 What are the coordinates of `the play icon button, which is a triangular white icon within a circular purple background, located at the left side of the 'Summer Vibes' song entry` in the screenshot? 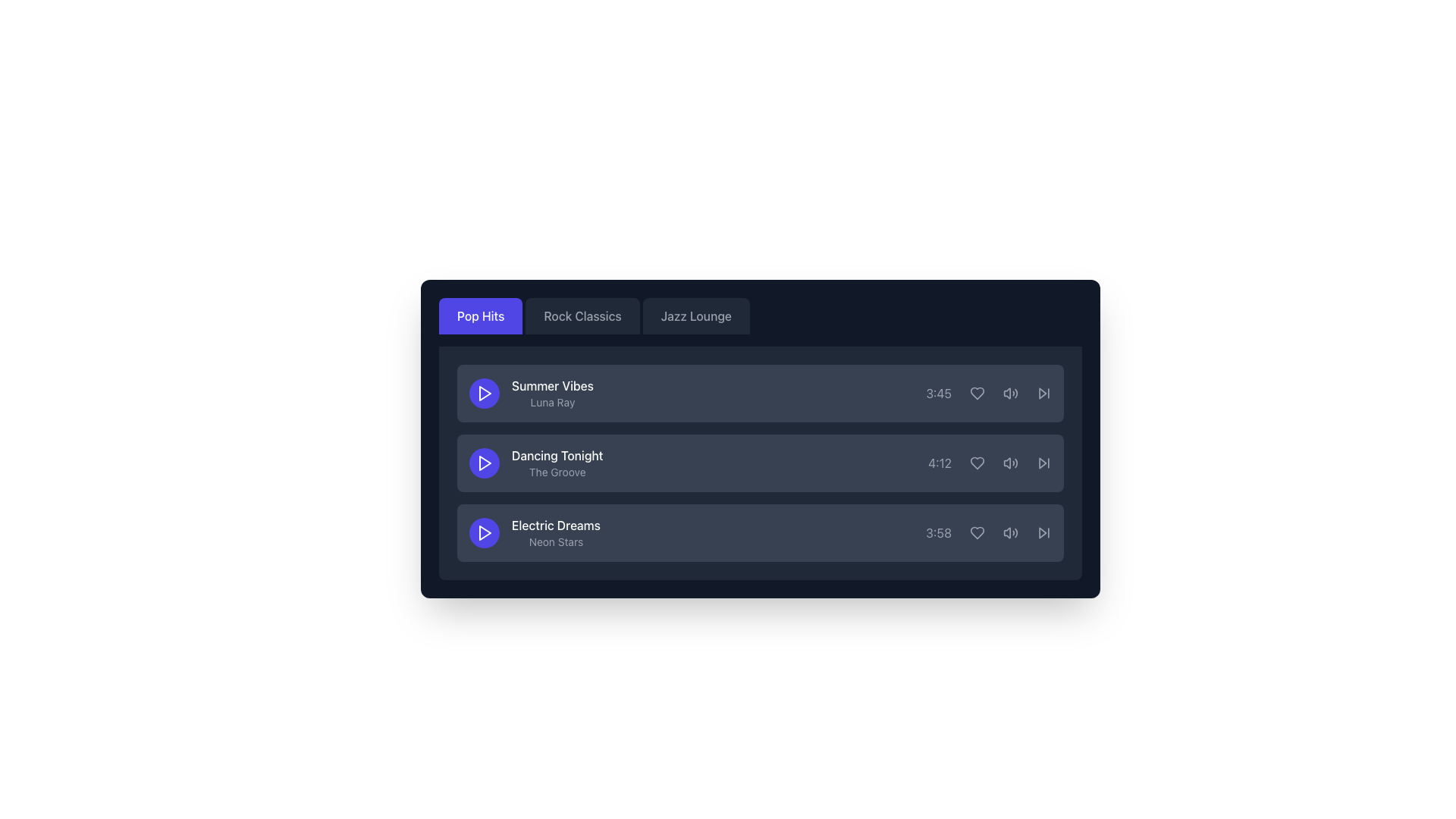 It's located at (483, 393).